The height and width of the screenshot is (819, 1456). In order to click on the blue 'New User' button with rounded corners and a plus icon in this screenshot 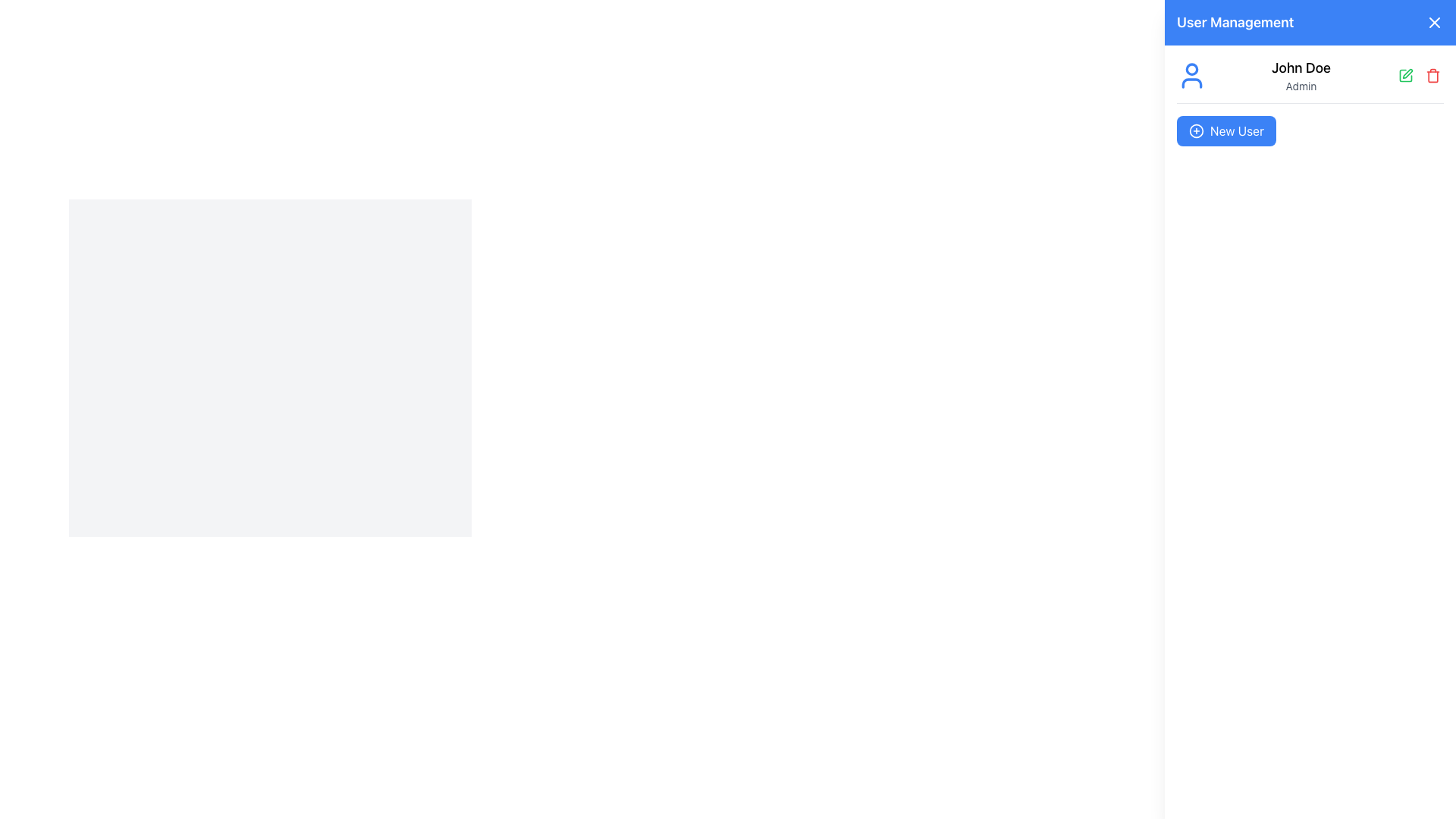, I will do `click(1226, 130)`.